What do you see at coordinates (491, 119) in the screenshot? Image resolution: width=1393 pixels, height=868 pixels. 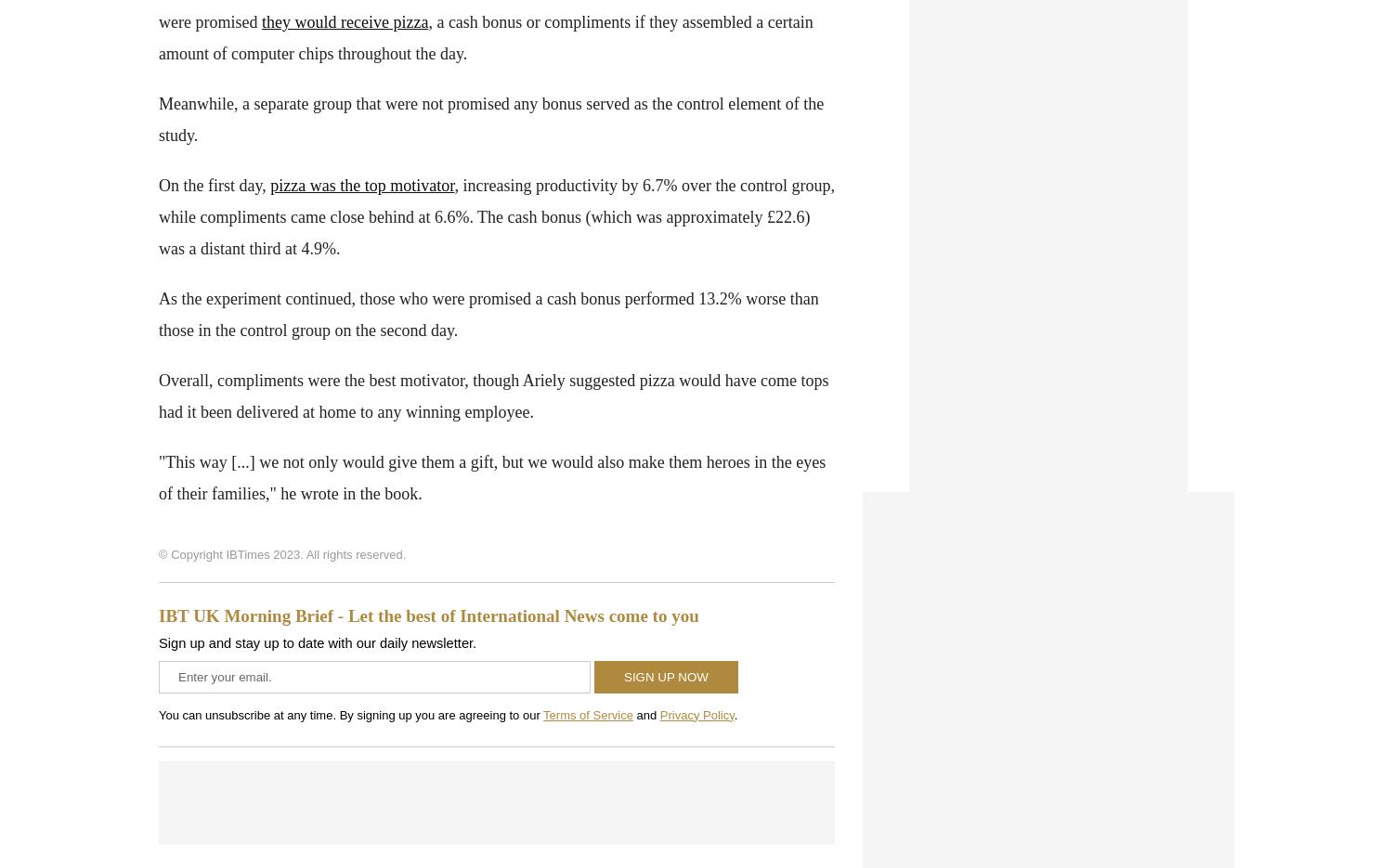 I see `'were not promised any bonus served as the control element of the study.'` at bounding box center [491, 119].